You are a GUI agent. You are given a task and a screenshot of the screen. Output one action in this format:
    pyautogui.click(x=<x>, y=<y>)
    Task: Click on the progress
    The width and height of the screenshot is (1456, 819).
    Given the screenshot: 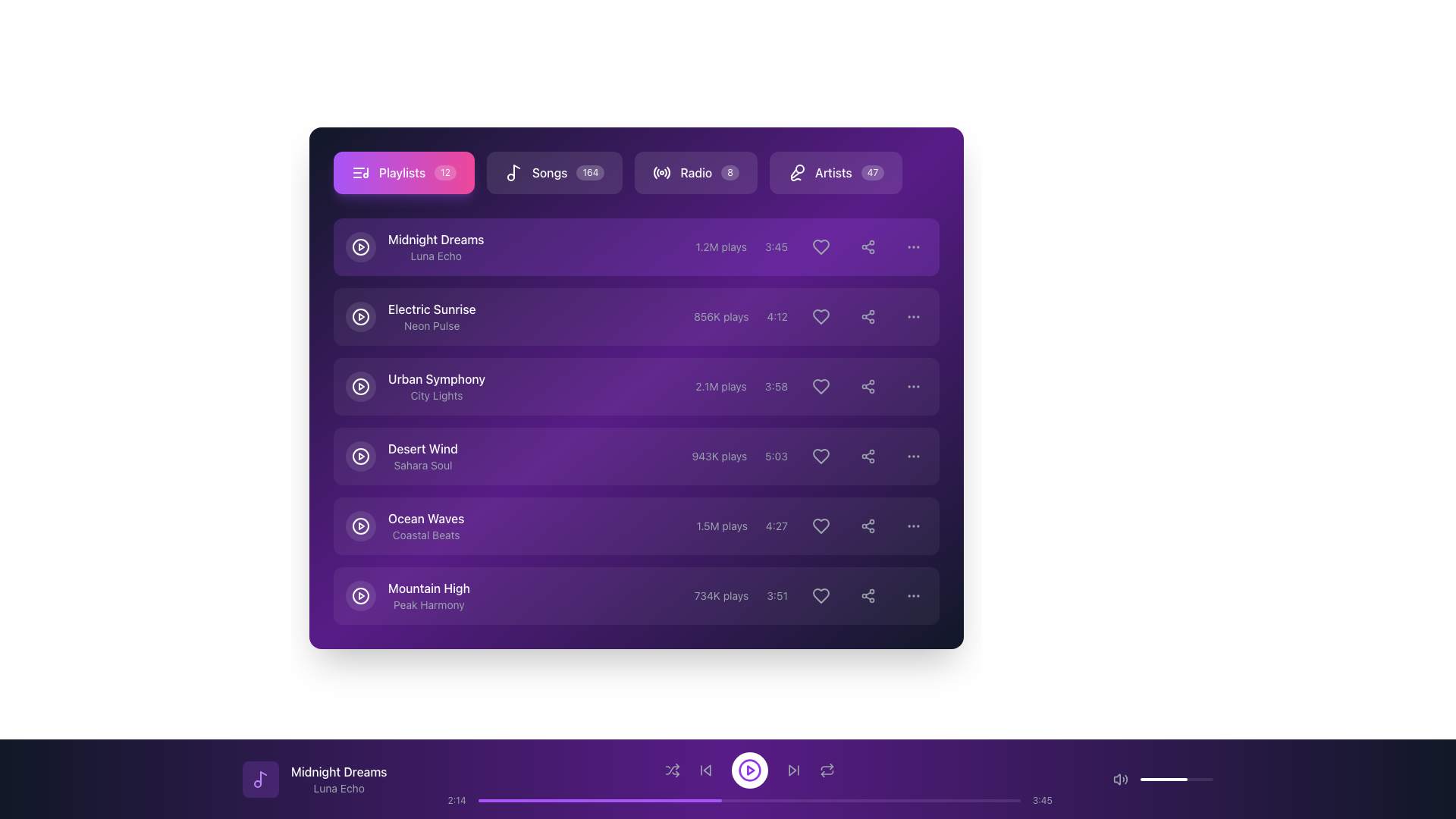 What is the action you would take?
    pyautogui.click(x=840, y=800)
    